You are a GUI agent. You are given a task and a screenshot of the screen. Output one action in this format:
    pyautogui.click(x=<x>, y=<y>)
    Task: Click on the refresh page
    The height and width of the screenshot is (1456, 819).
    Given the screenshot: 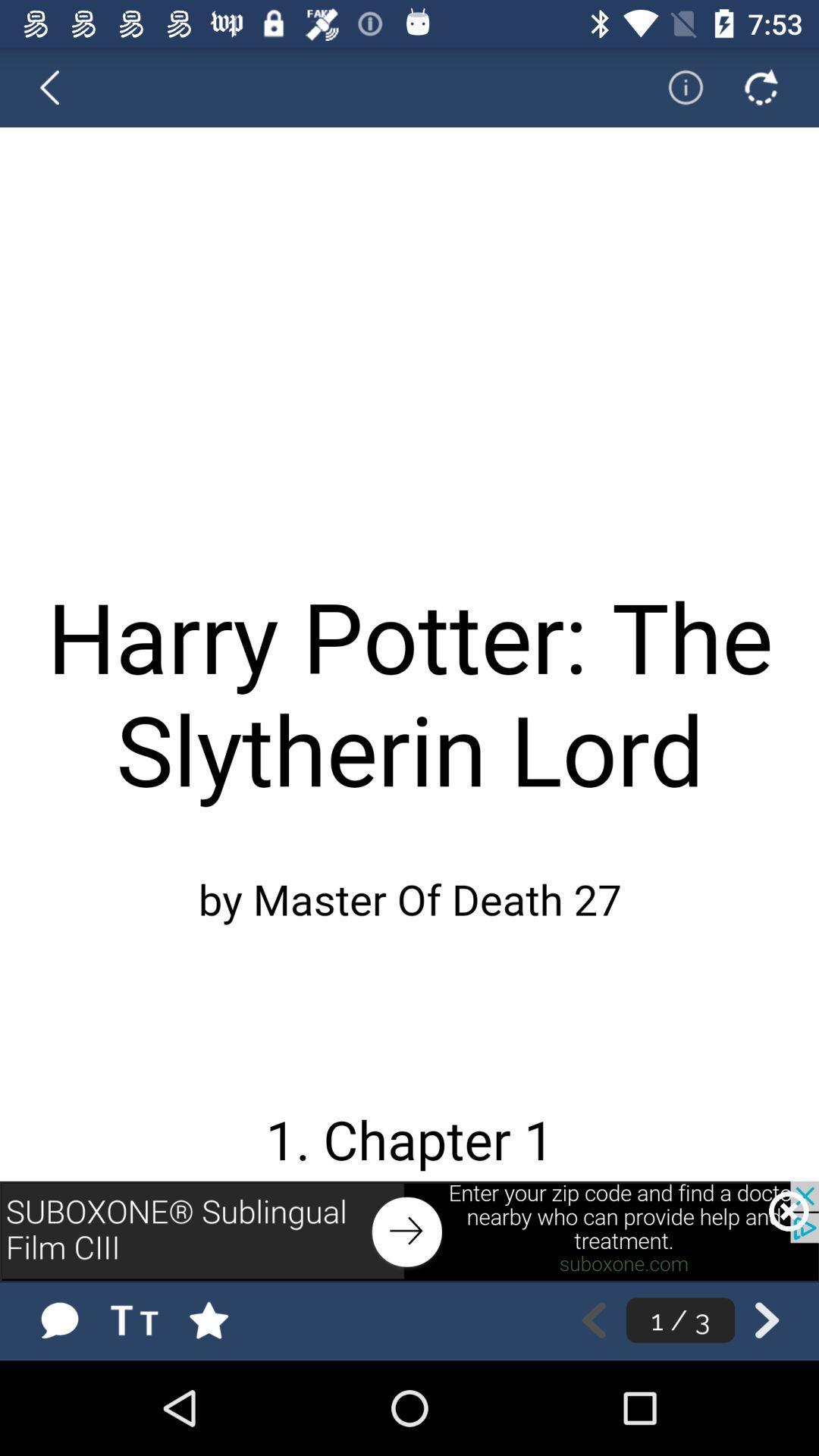 What is the action you would take?
    pyautogui.click(x=761, y=86)
    